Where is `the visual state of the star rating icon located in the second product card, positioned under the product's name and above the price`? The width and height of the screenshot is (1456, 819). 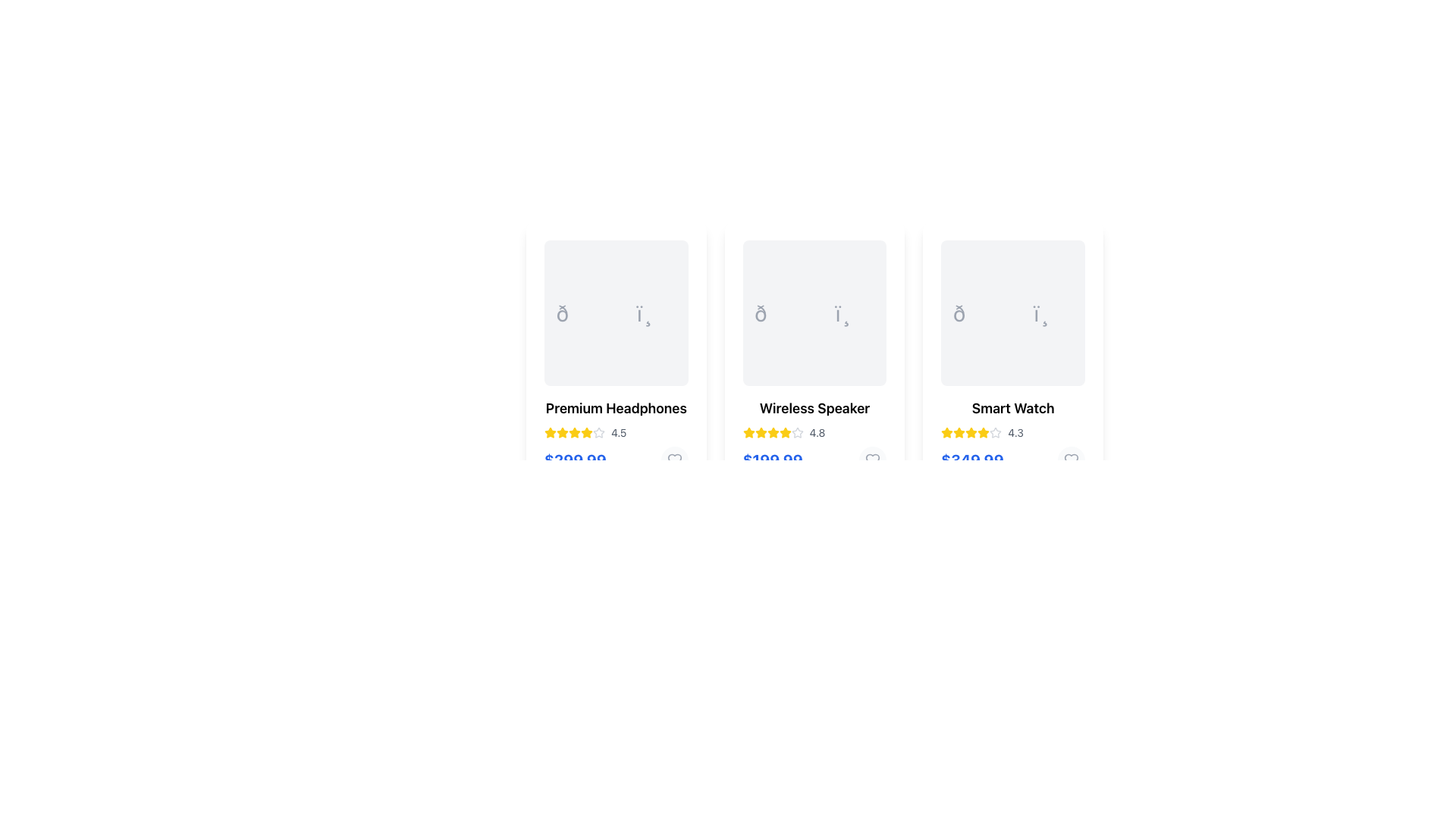 the visual state of the star rating icon located in the second product card, positioned under the product's name and above the price is located at coordinates (773, 432).